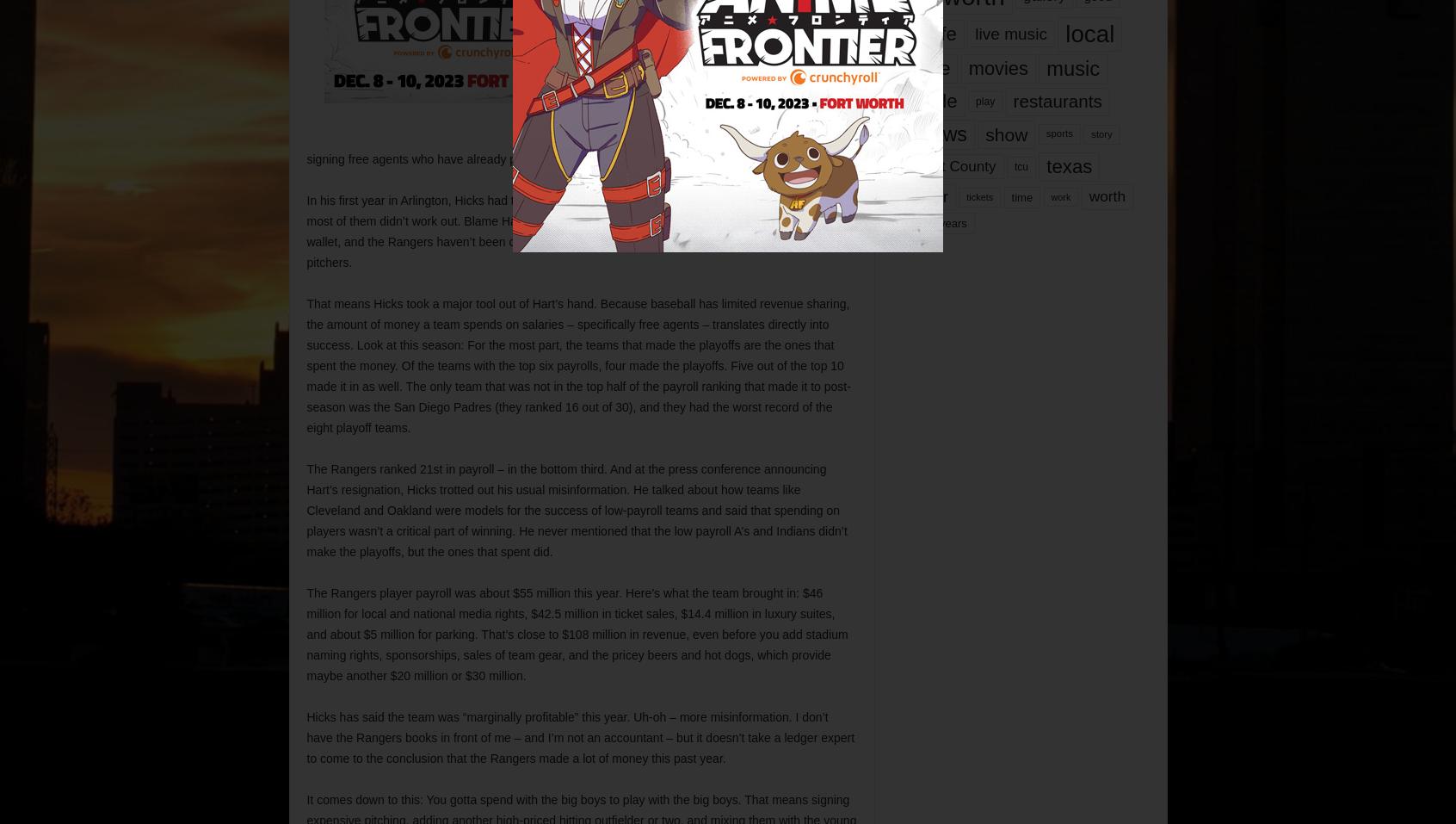 The width and height of the screenshot is (1456, 824). Describe the element at coordinates (305, 97) in the screenshot. I see `'A baseball GM has three ways to develop talent. The first is bringing along young talent through a farm system, always a big crapshoot. The second way is to make trades that benefit your team. And the third and probably most important way is by signing free agents who have already proven themselves in the bigs.'` at that location.